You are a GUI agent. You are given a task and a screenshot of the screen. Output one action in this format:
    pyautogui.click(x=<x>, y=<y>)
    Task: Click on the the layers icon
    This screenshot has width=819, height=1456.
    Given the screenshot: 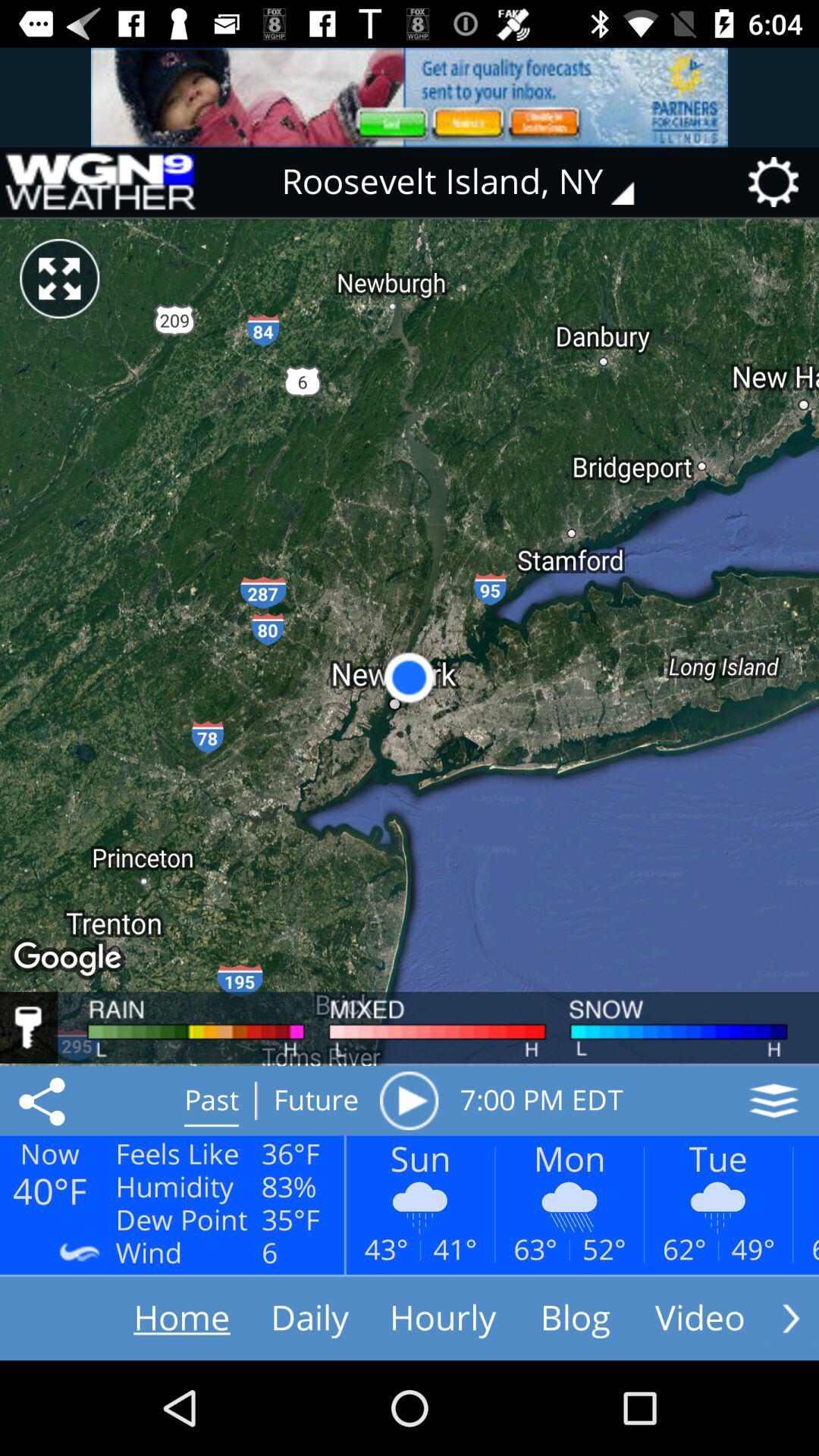 What is the action you would take?
    pyautogui.click(x=773, y=1100)
    